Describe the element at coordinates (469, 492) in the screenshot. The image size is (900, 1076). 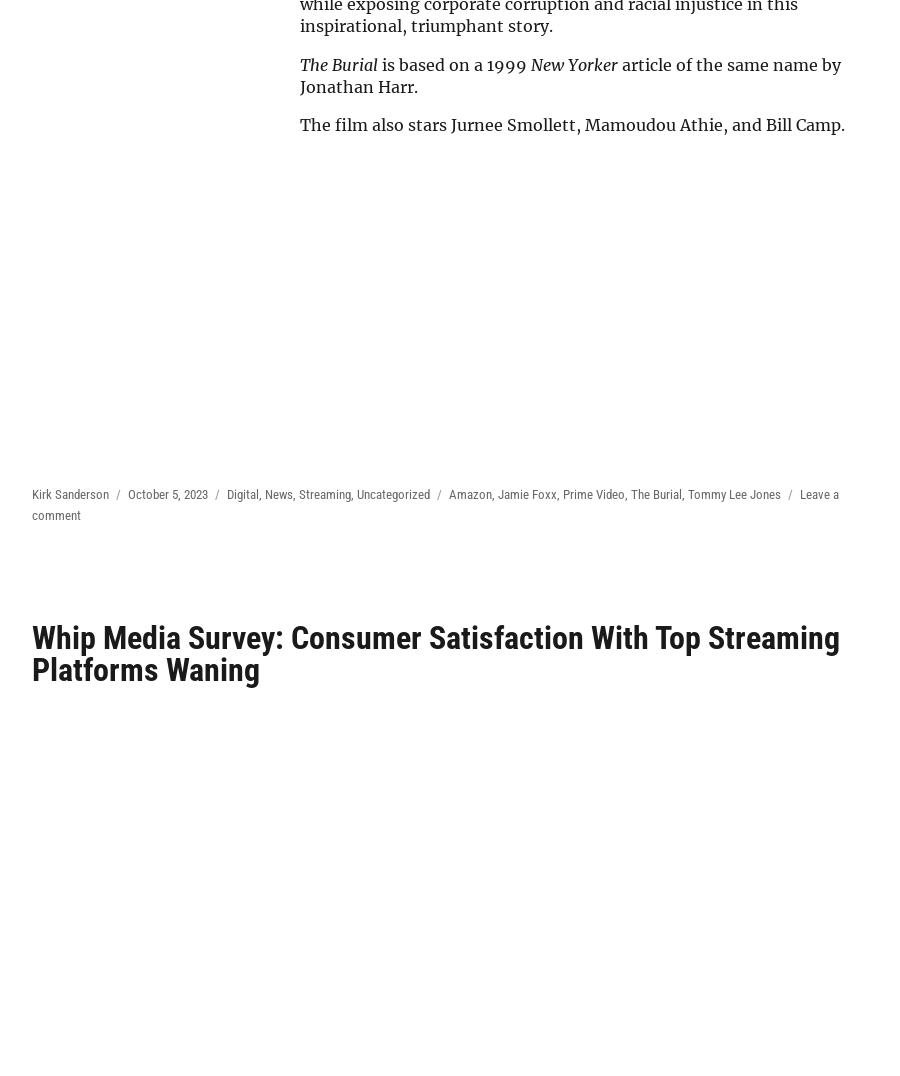
I see `'Amazon'` at that location.